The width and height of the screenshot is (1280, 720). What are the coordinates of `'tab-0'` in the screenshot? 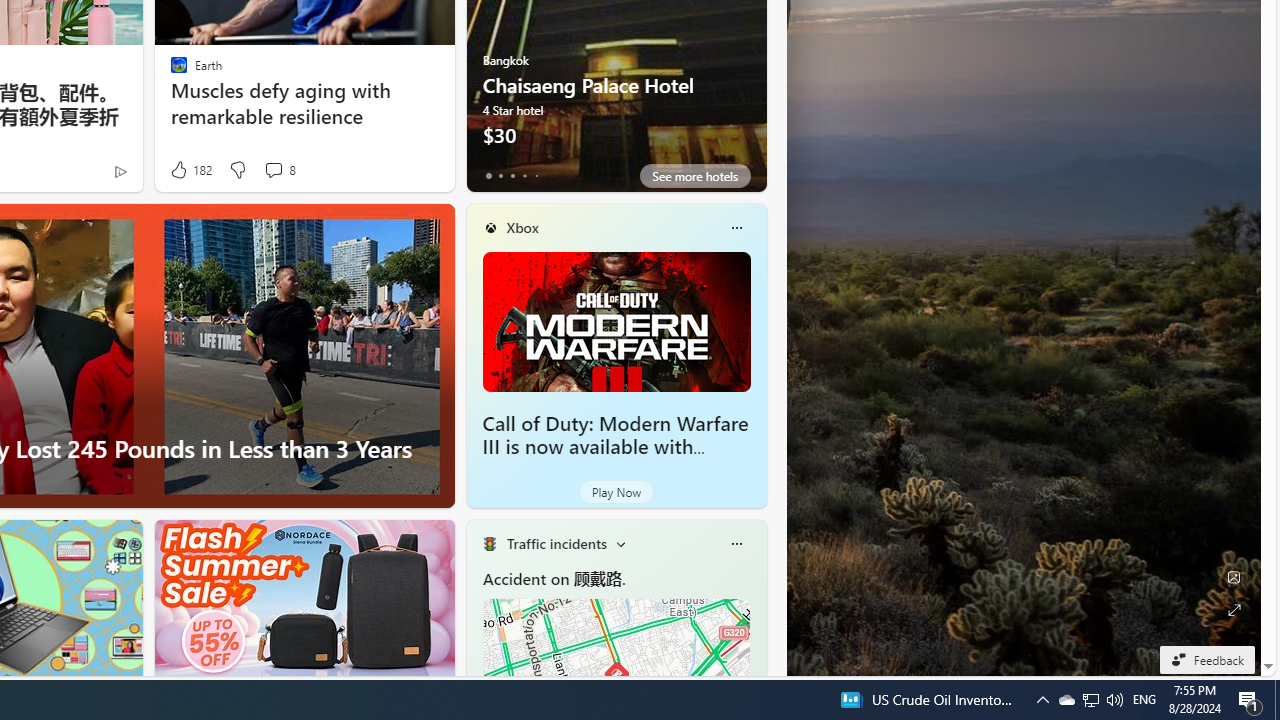 It's located at (488, 175).